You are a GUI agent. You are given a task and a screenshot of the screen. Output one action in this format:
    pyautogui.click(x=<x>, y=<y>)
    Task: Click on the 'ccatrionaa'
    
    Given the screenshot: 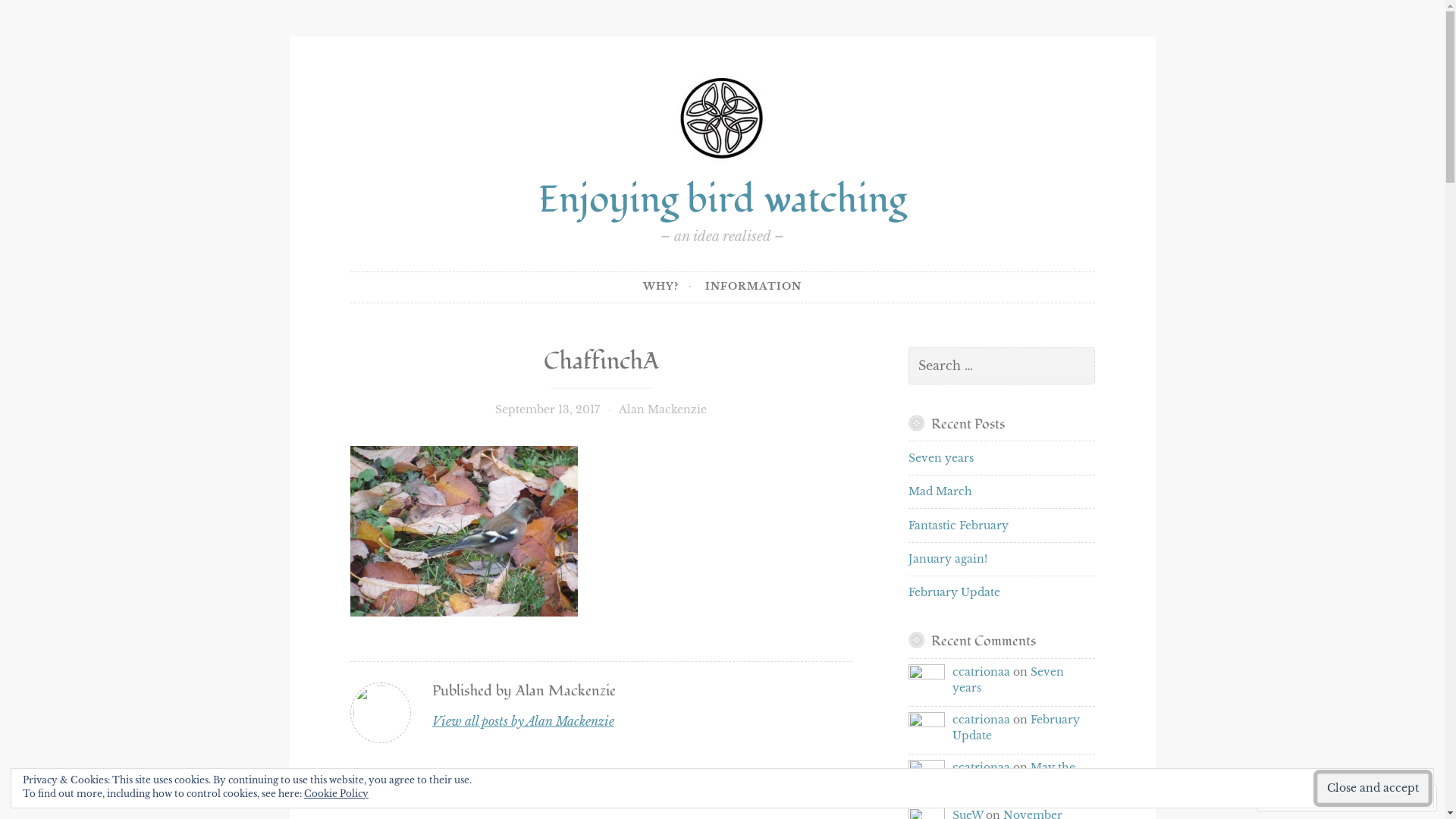 What is the action you would take?
    pyautogui.click(x=952, y=671)
    